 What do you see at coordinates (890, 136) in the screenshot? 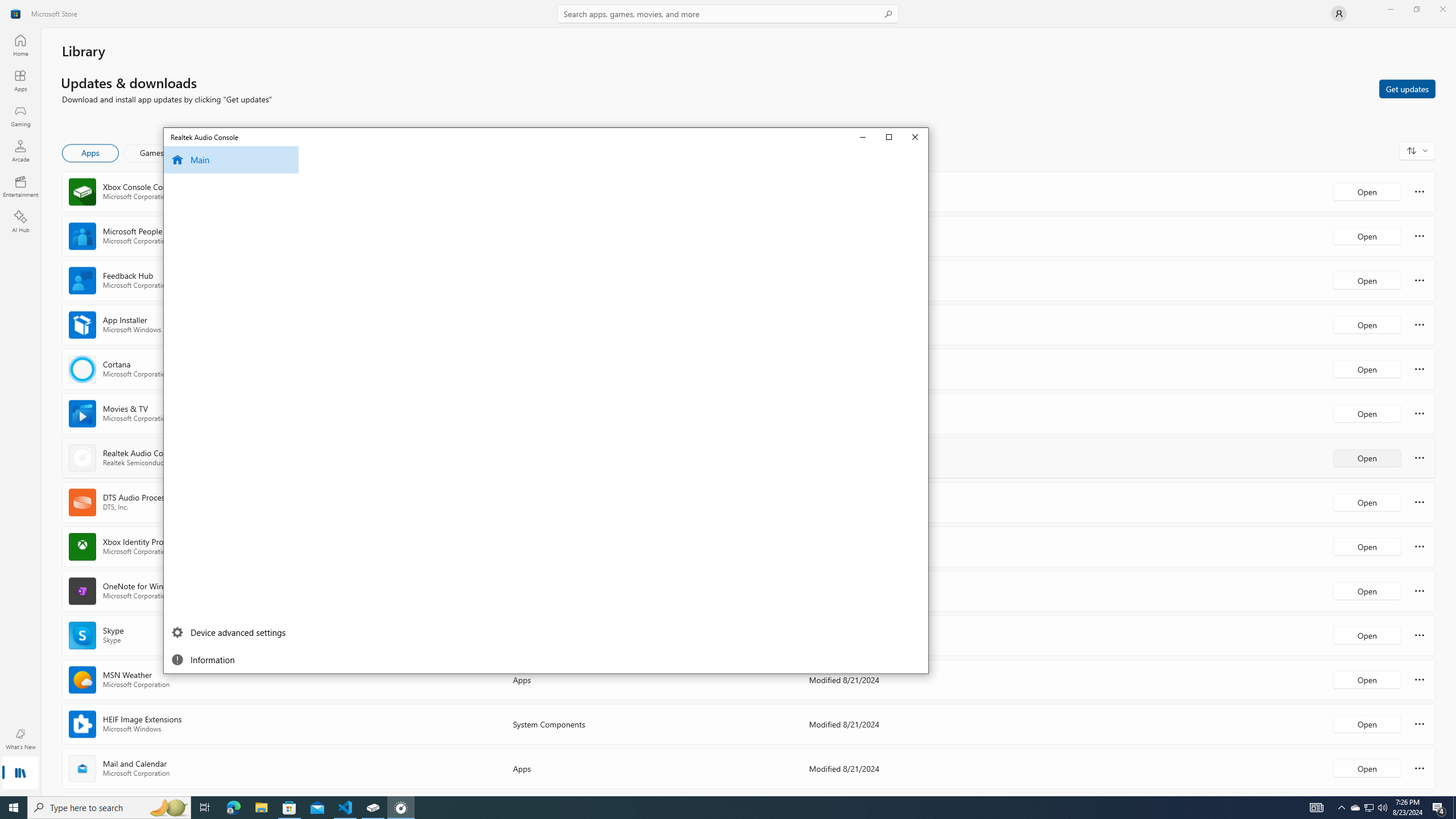
I see `'Maximize Realtek Audio Console'` at bounding box center [890, 136].